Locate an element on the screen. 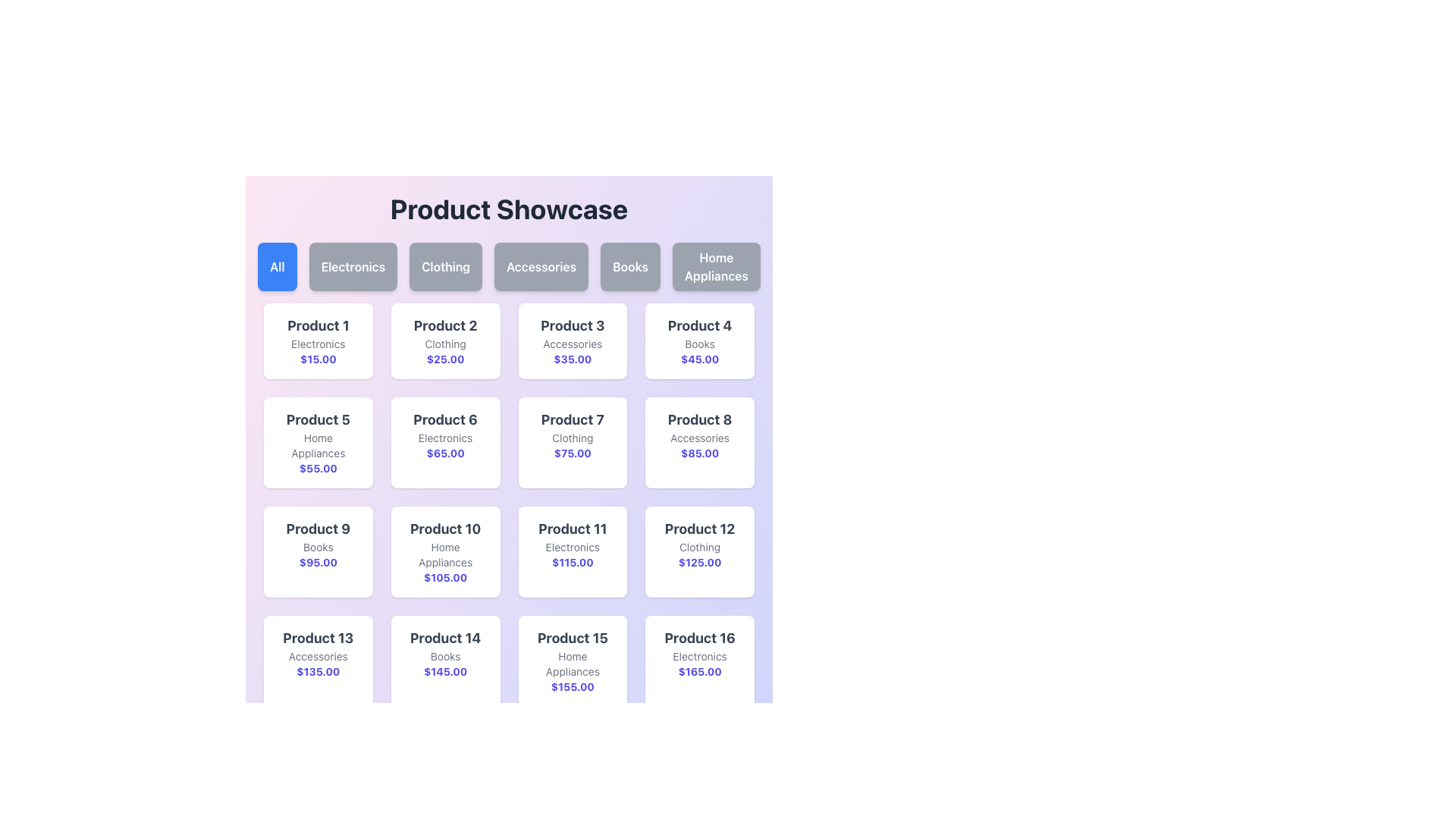 Image resolution: width=1456 pixels, height=819 pixels. the 'All' button, a rectangular button with rounded corners and a bold blue background is located at coordinates (276, 265).